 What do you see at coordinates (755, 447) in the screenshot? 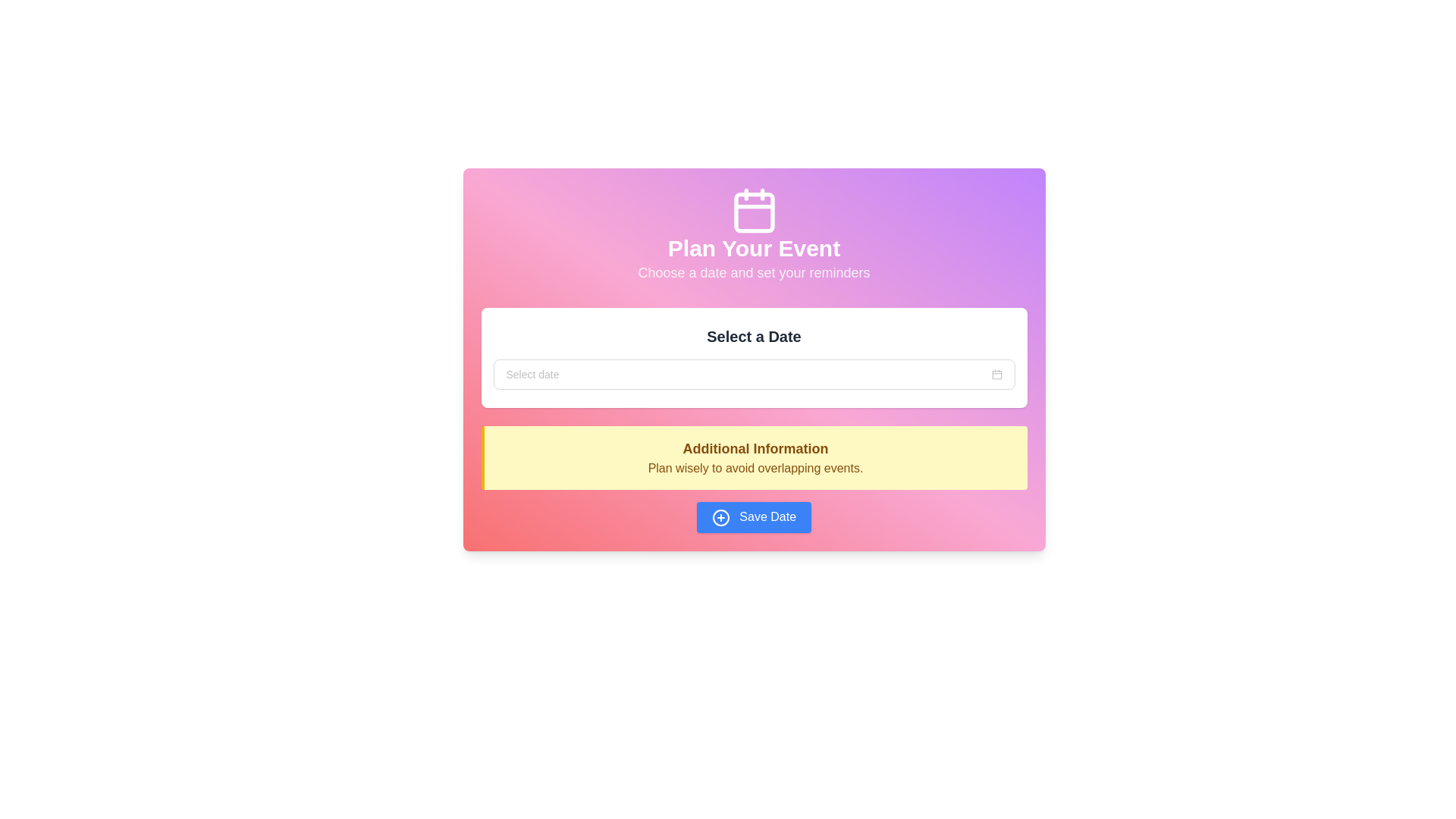
I see `the main header text located within the yellow box, positioned between the date selection field and the 'Save Date' button` at bounding box center [755, 447].